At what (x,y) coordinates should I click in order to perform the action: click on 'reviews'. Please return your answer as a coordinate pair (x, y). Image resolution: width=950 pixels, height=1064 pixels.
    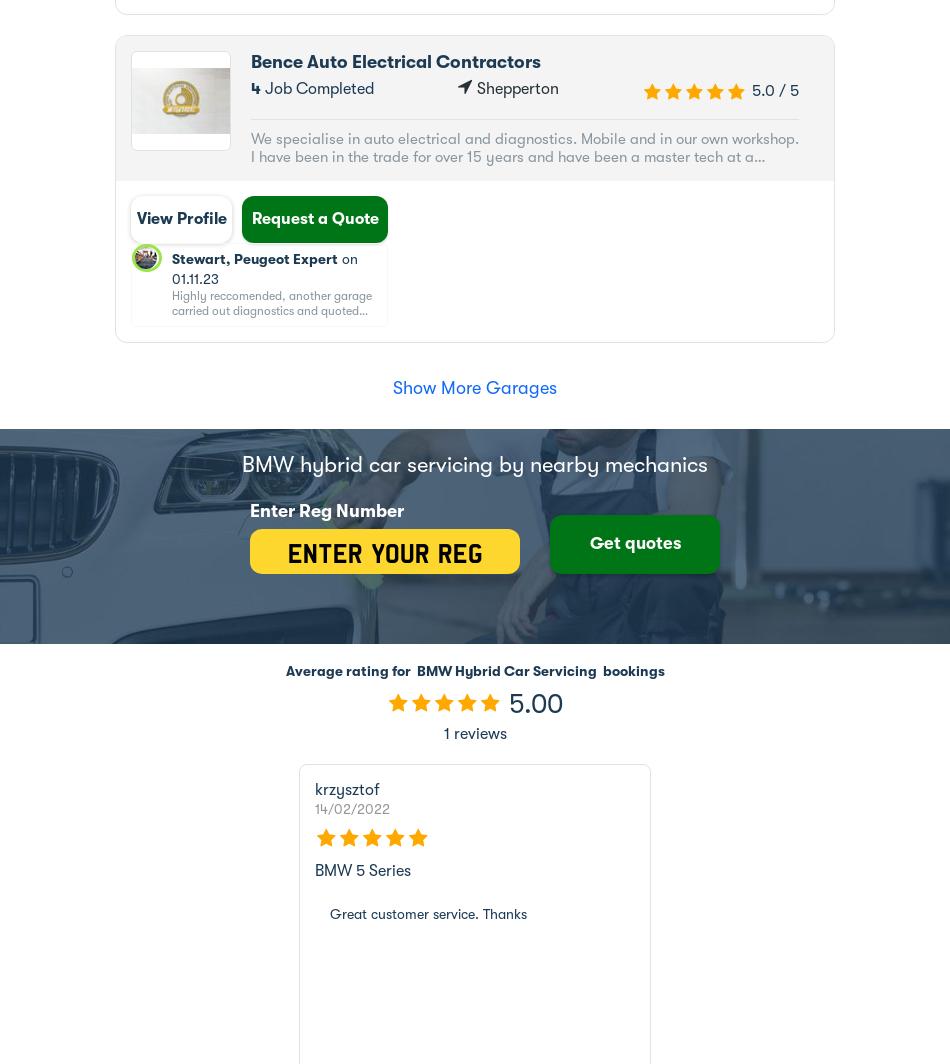
    Looking at the image, I should click on (447, 732).